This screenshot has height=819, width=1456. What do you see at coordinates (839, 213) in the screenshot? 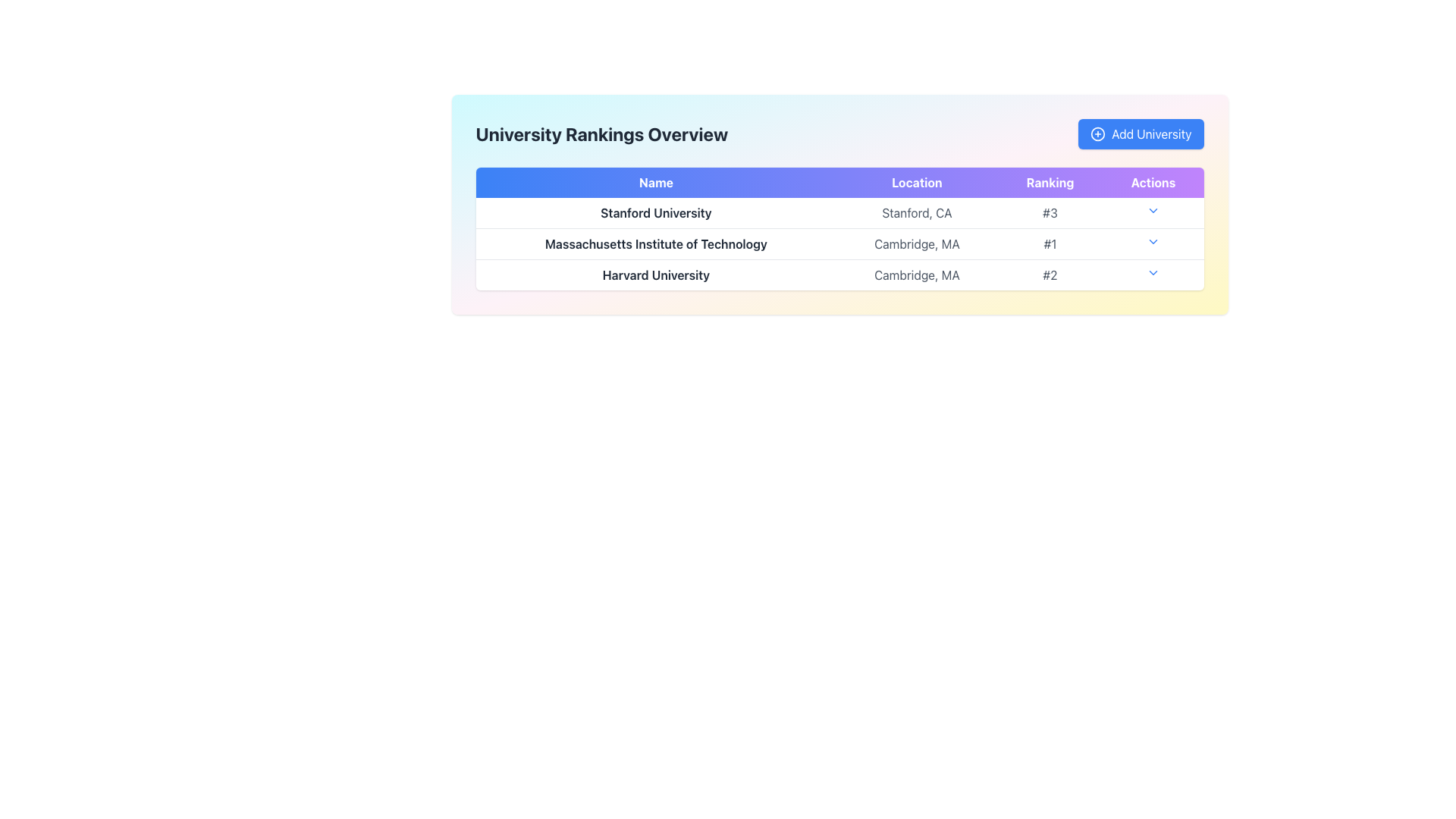
I see `the first row in the university rankings data table that contains details for 'Stanford University'` at bounding box center [839, 213].